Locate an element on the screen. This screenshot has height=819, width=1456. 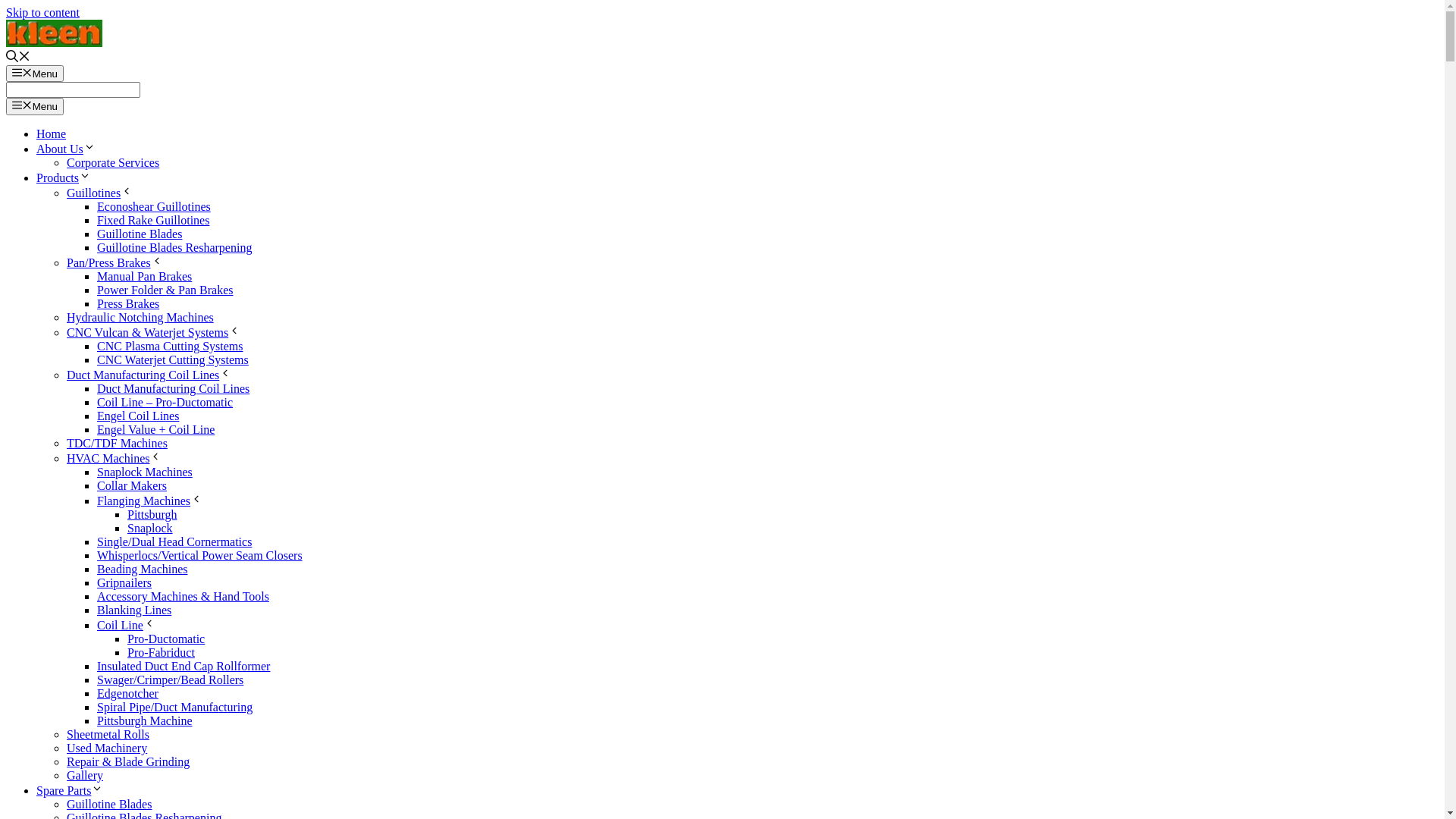
'Spiral Pipe/Duct Manufacturing' is located at coordinates (174, 707).